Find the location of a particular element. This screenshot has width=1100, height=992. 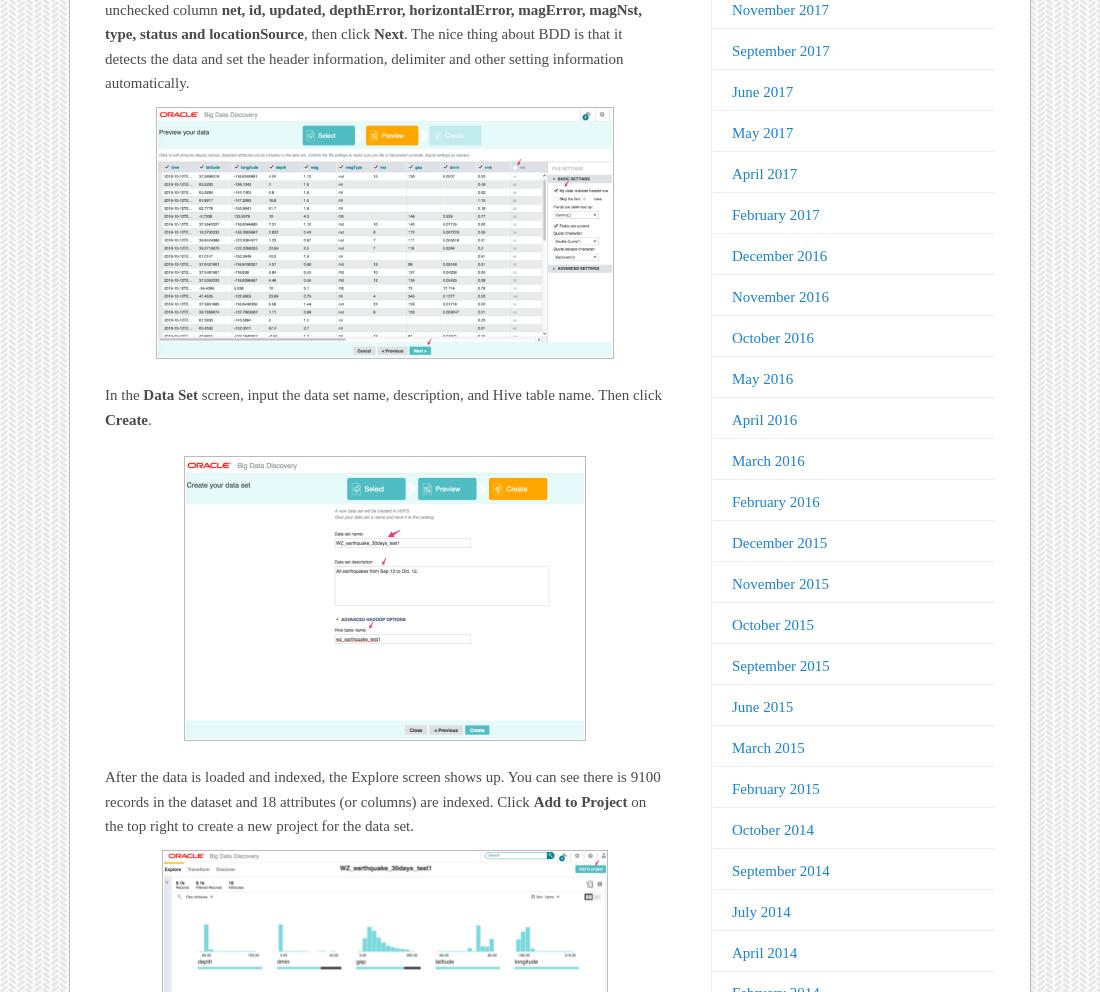

'November 2016' is located at coordinates (779, 297).